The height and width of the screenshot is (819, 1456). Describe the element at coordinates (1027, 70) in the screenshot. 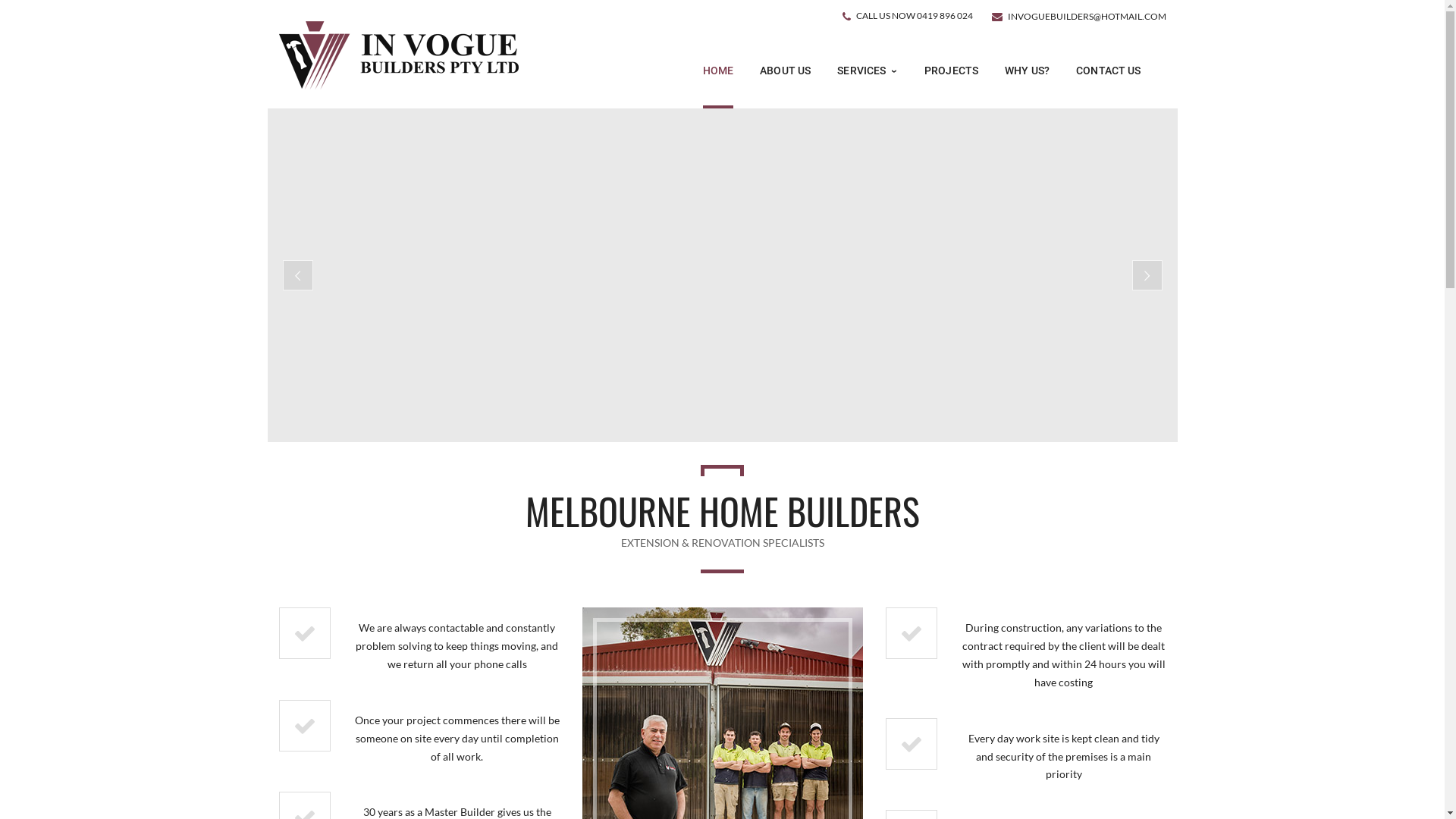

I see `'WHY US?'` at that location.